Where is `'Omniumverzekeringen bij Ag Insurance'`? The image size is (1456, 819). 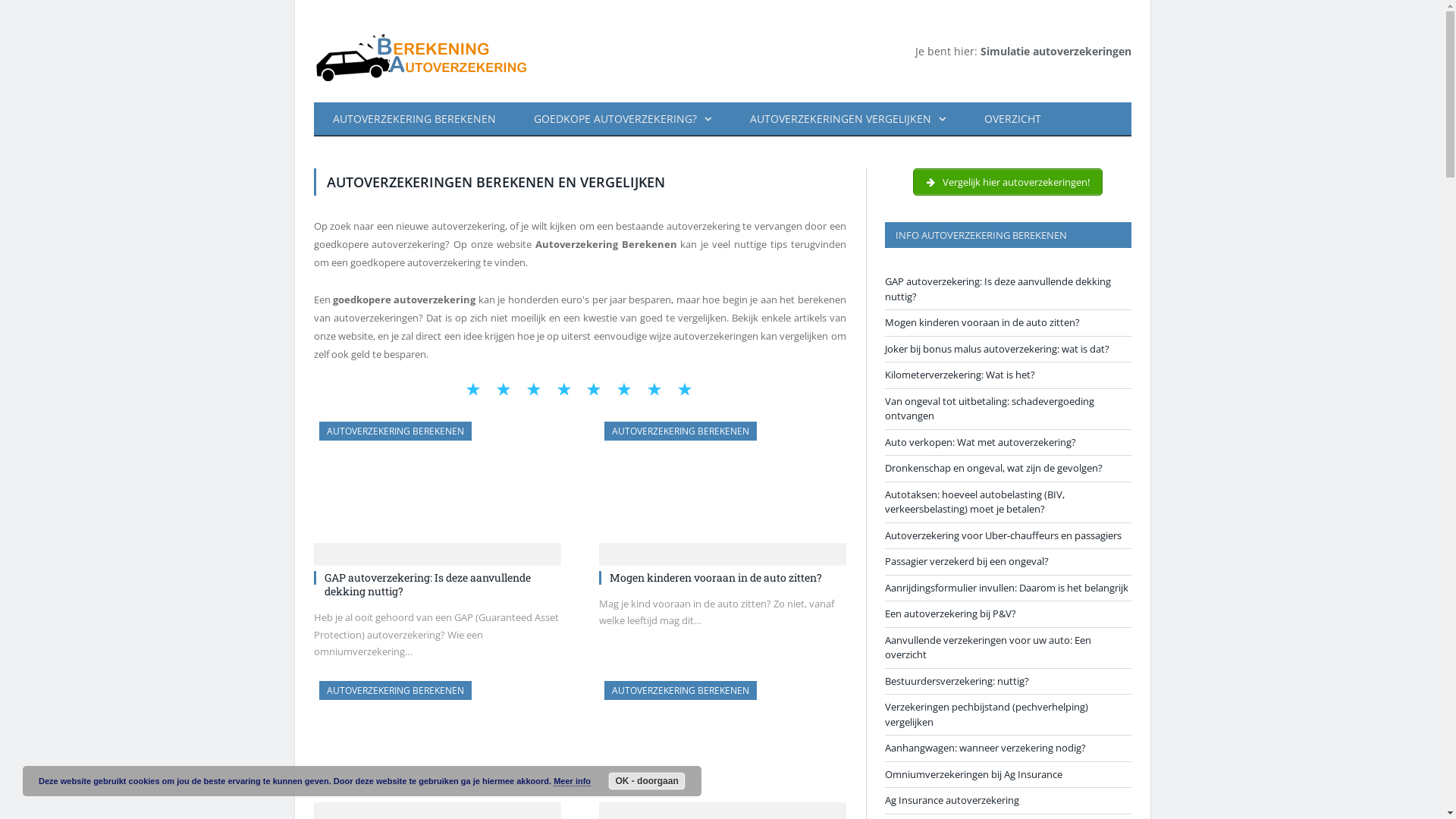
'Omniumverzekeringen bij Ag Insurance' is located at coordinates (972, 774).